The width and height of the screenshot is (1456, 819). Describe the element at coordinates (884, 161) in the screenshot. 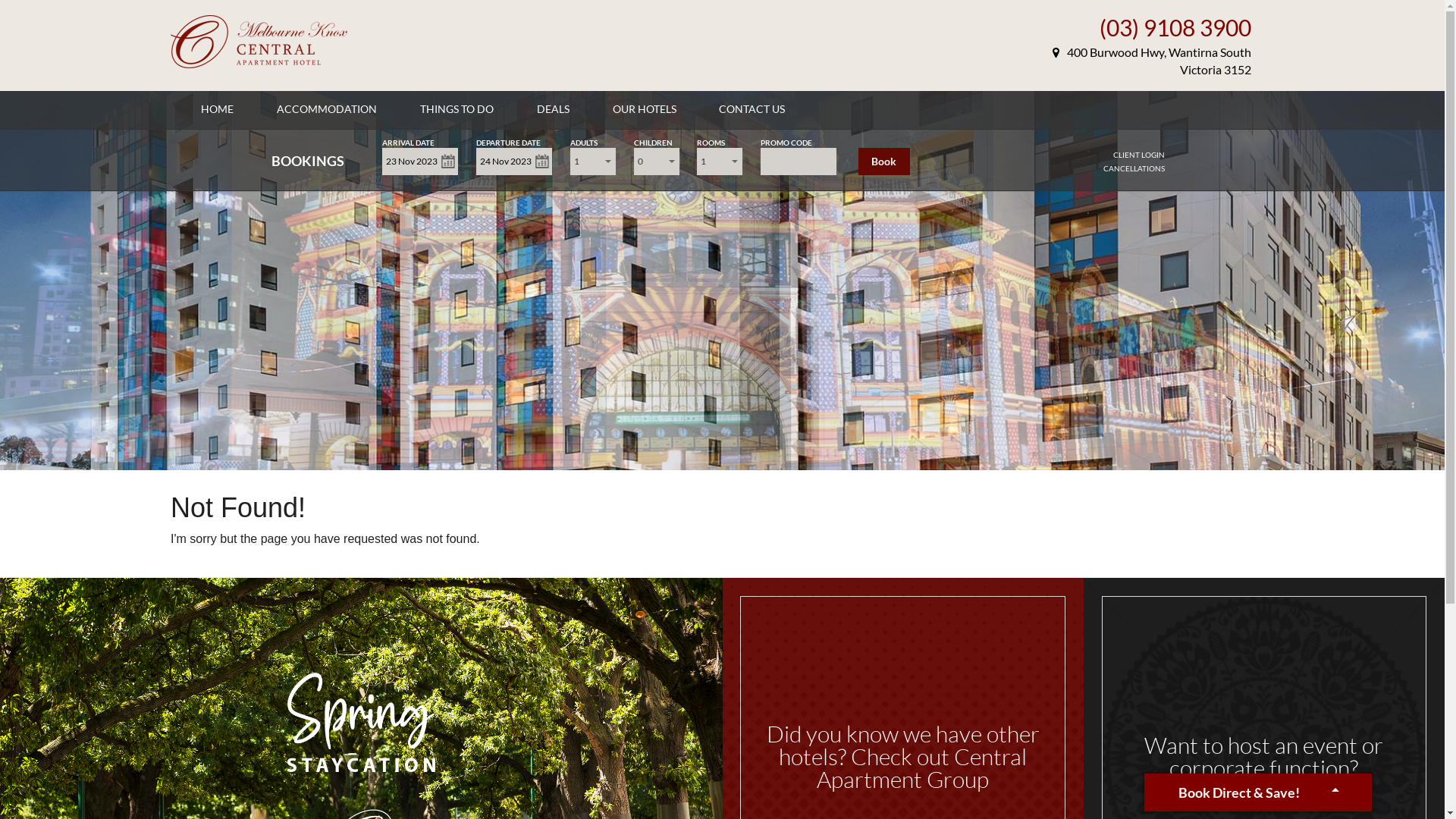

I see `'Book'` at that location.